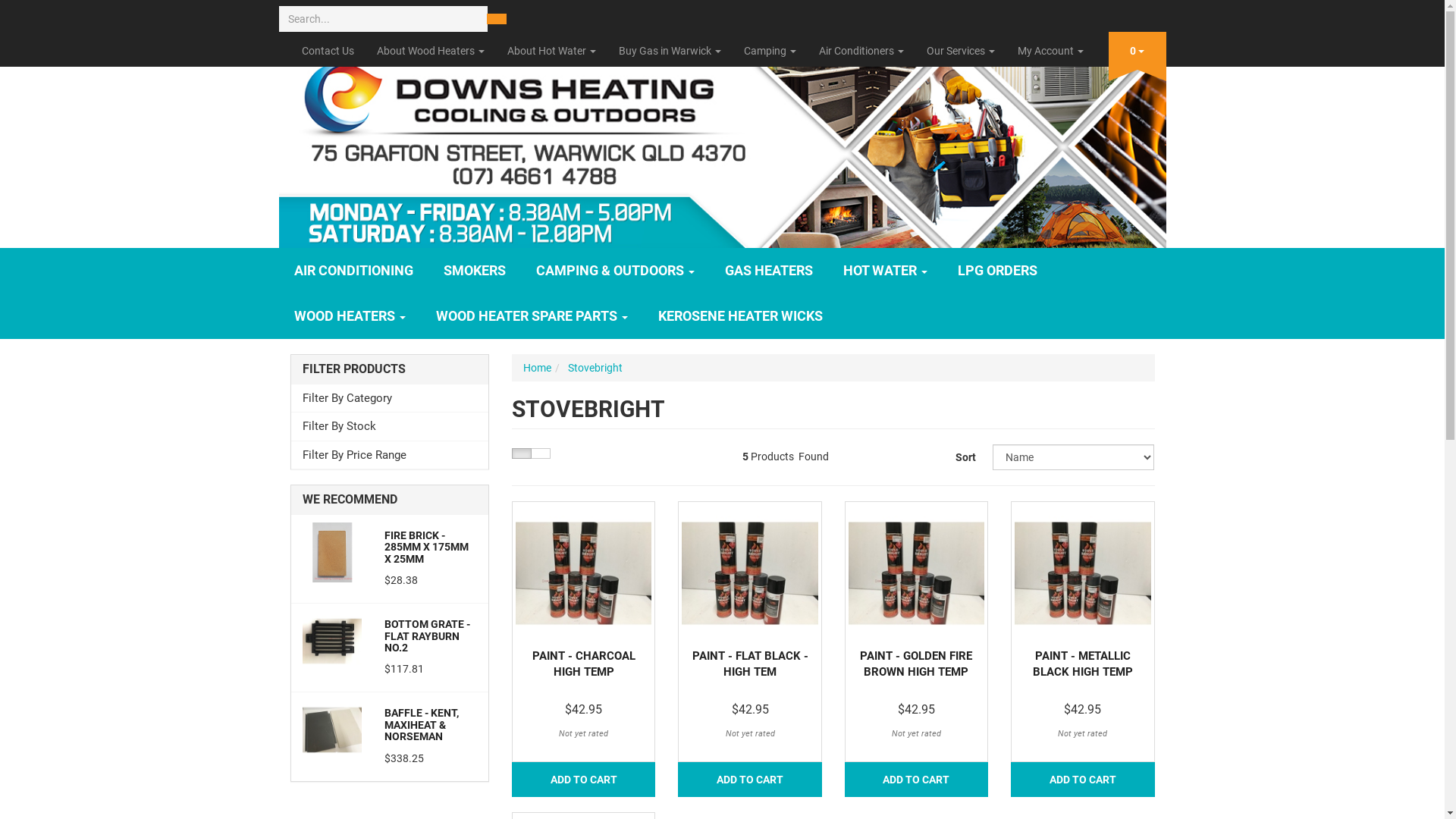  What do you see at coordinates (531, 315) in the screenshot?
I see `'WOOD HEATER SPARE PARTS'` at bounding box center [531, 315].